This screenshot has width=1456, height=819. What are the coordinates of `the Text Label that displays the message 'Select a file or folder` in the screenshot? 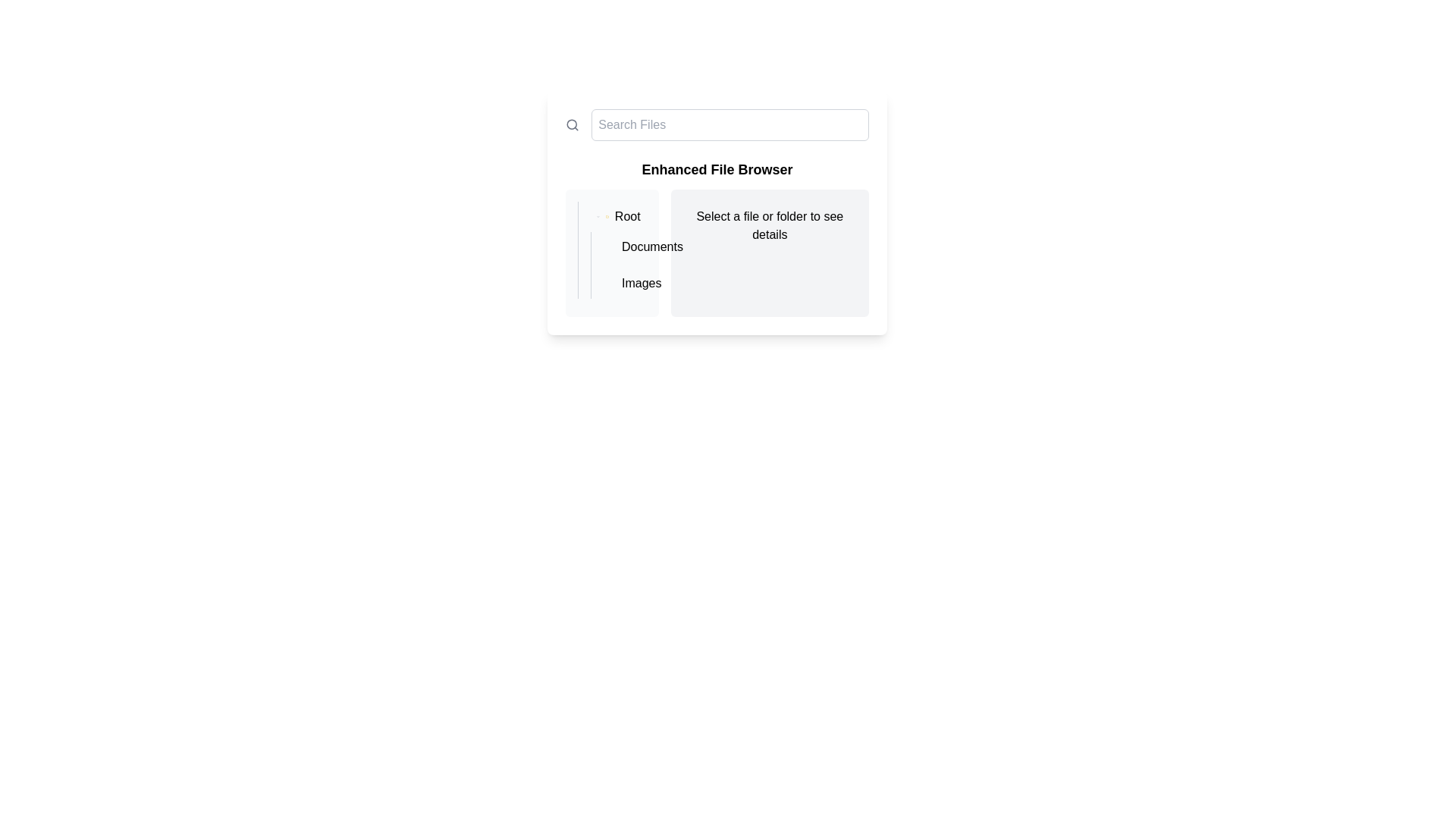 It's located at (770, 225).